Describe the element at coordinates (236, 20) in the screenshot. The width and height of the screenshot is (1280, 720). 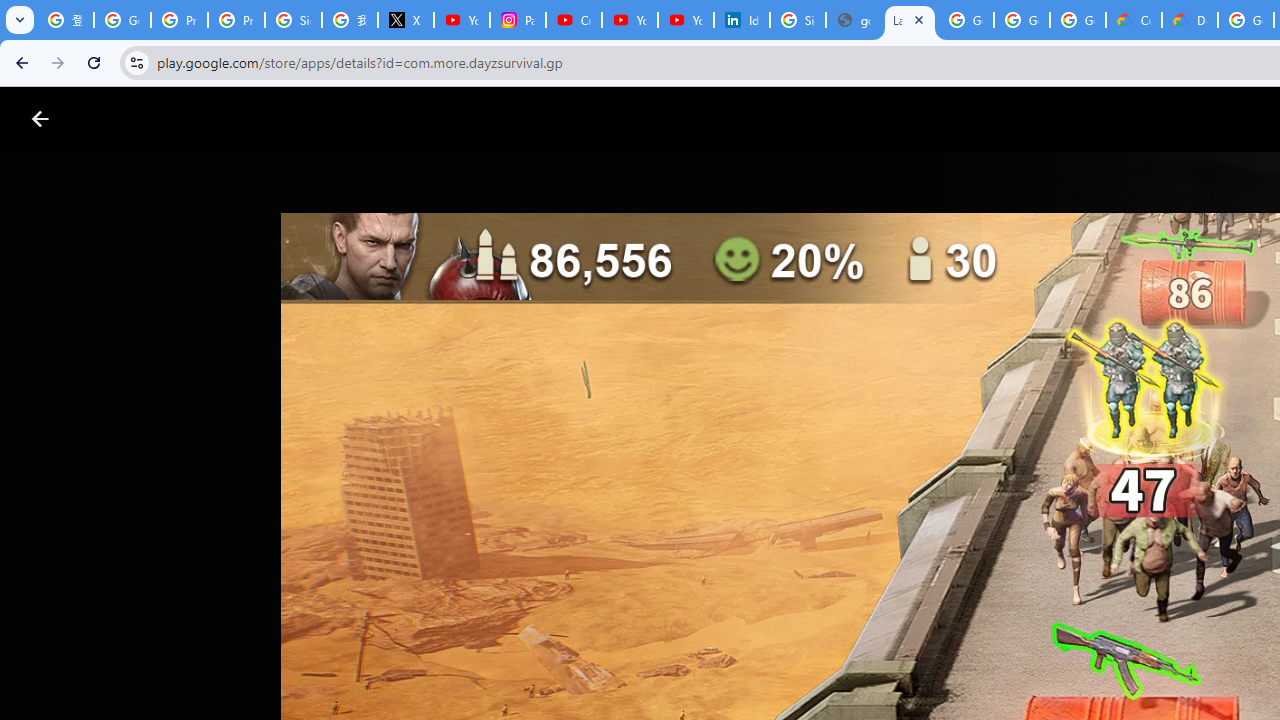
I see `'Privacy Help Center - Policies Help'` at that location.